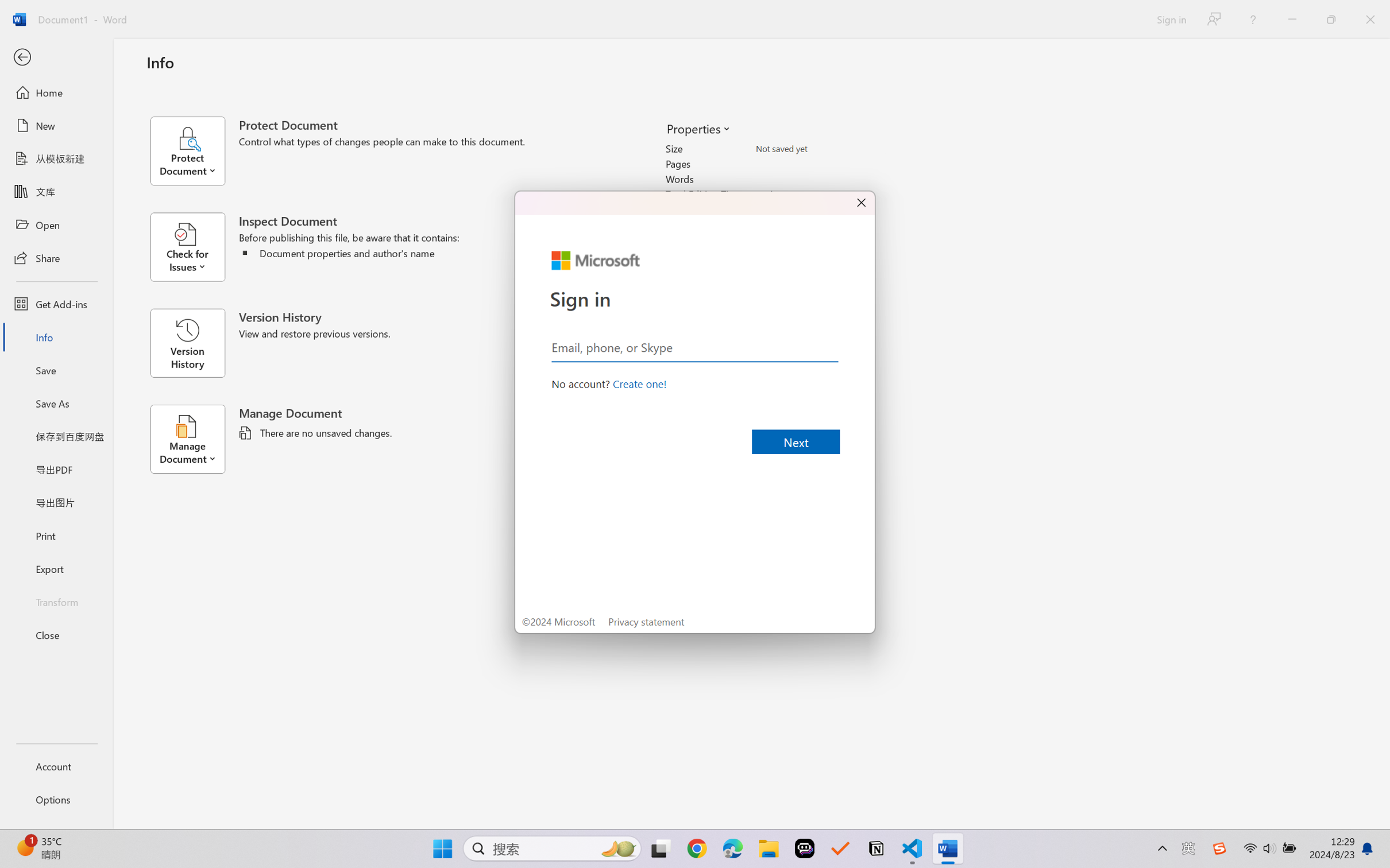  Describe the element at coordinates (56, 536) in the screenshot. I see `'Print'` at that location.